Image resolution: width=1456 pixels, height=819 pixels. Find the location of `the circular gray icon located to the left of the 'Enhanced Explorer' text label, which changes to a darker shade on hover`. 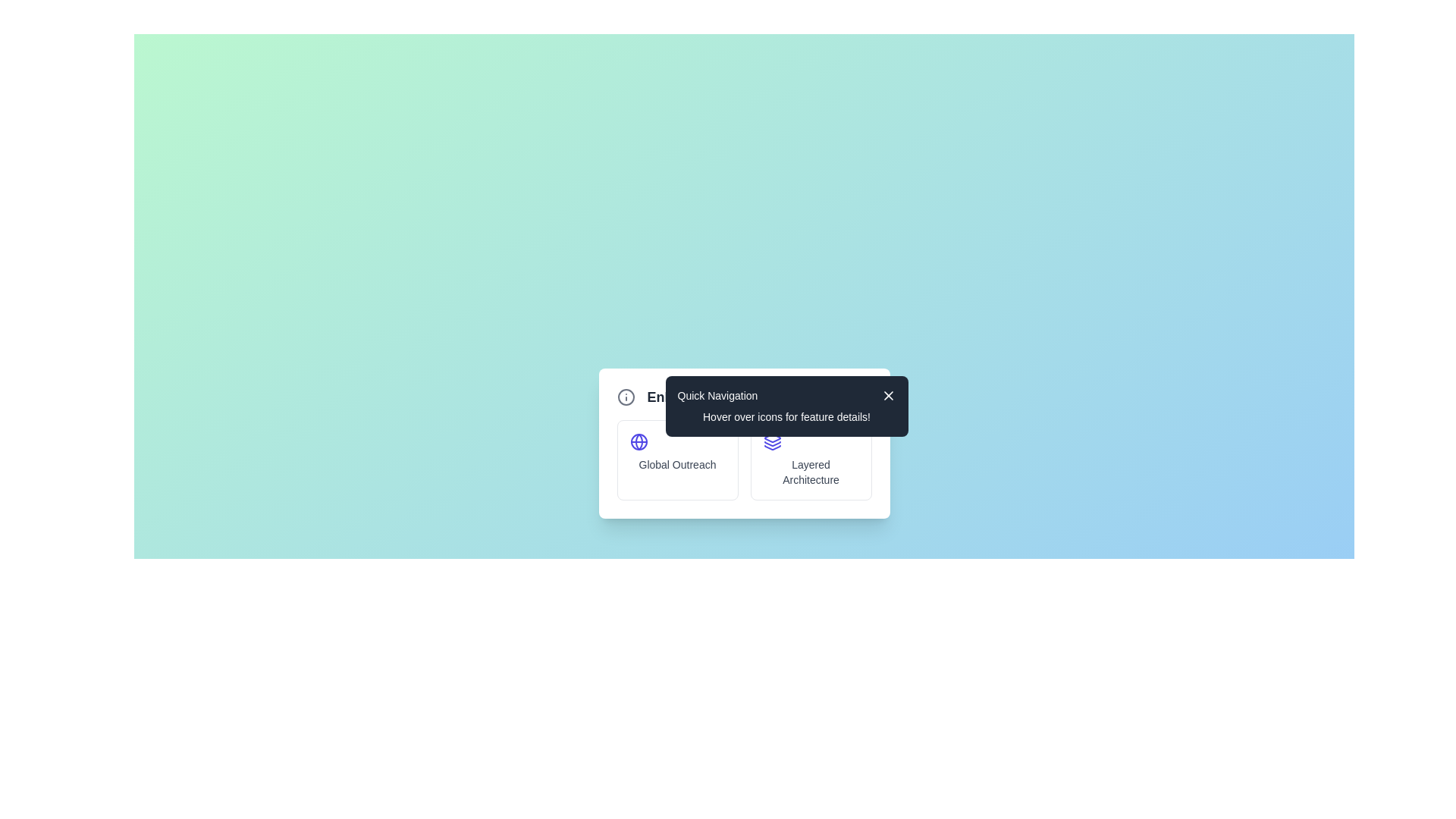

the circular gray icon located to the left of the 'Enhanced Explorer' text label, which changes to a darker shade on hover is located at coordinates (626, 397).